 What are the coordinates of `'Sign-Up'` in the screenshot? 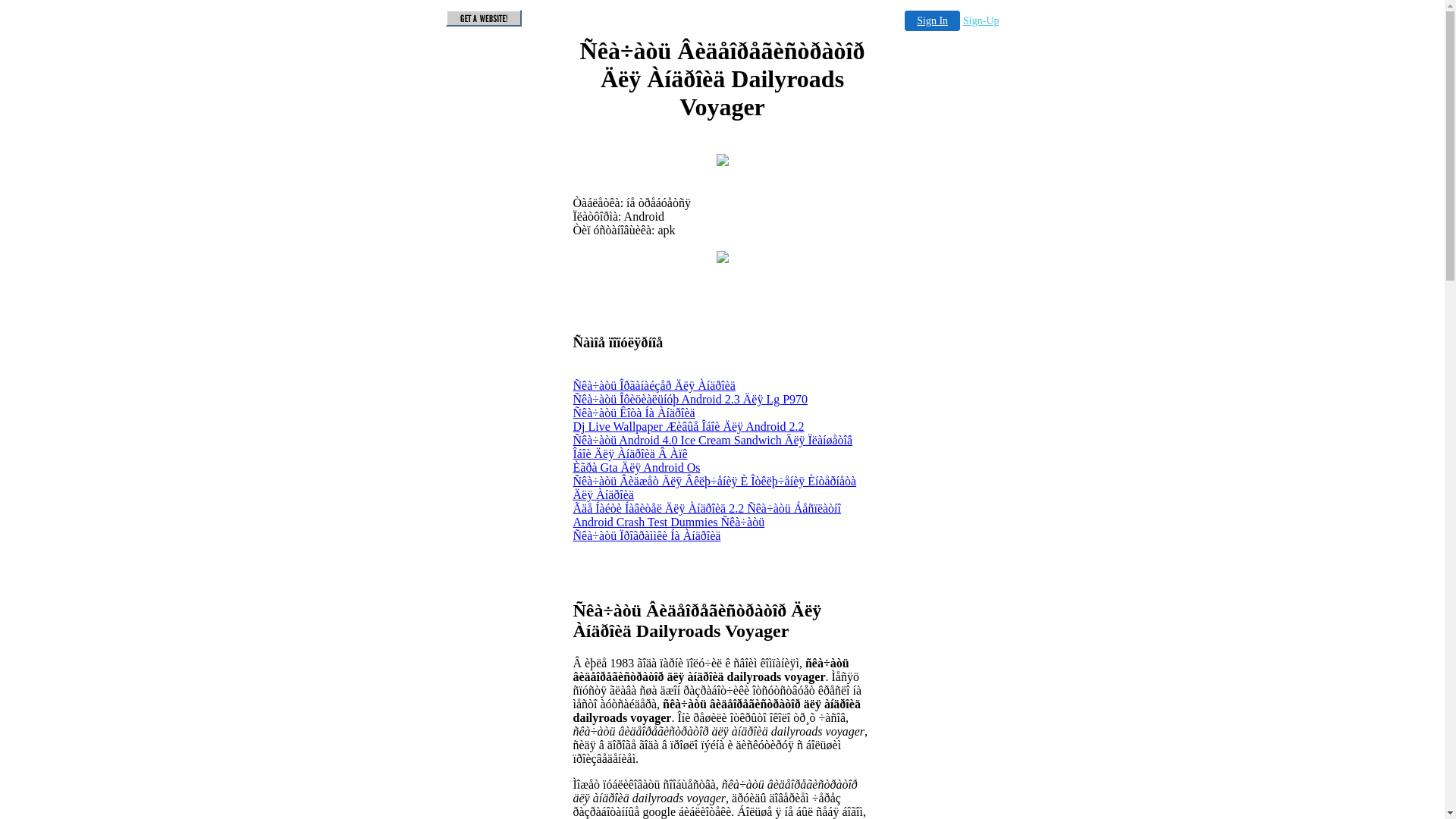 It's located at (981, 20).